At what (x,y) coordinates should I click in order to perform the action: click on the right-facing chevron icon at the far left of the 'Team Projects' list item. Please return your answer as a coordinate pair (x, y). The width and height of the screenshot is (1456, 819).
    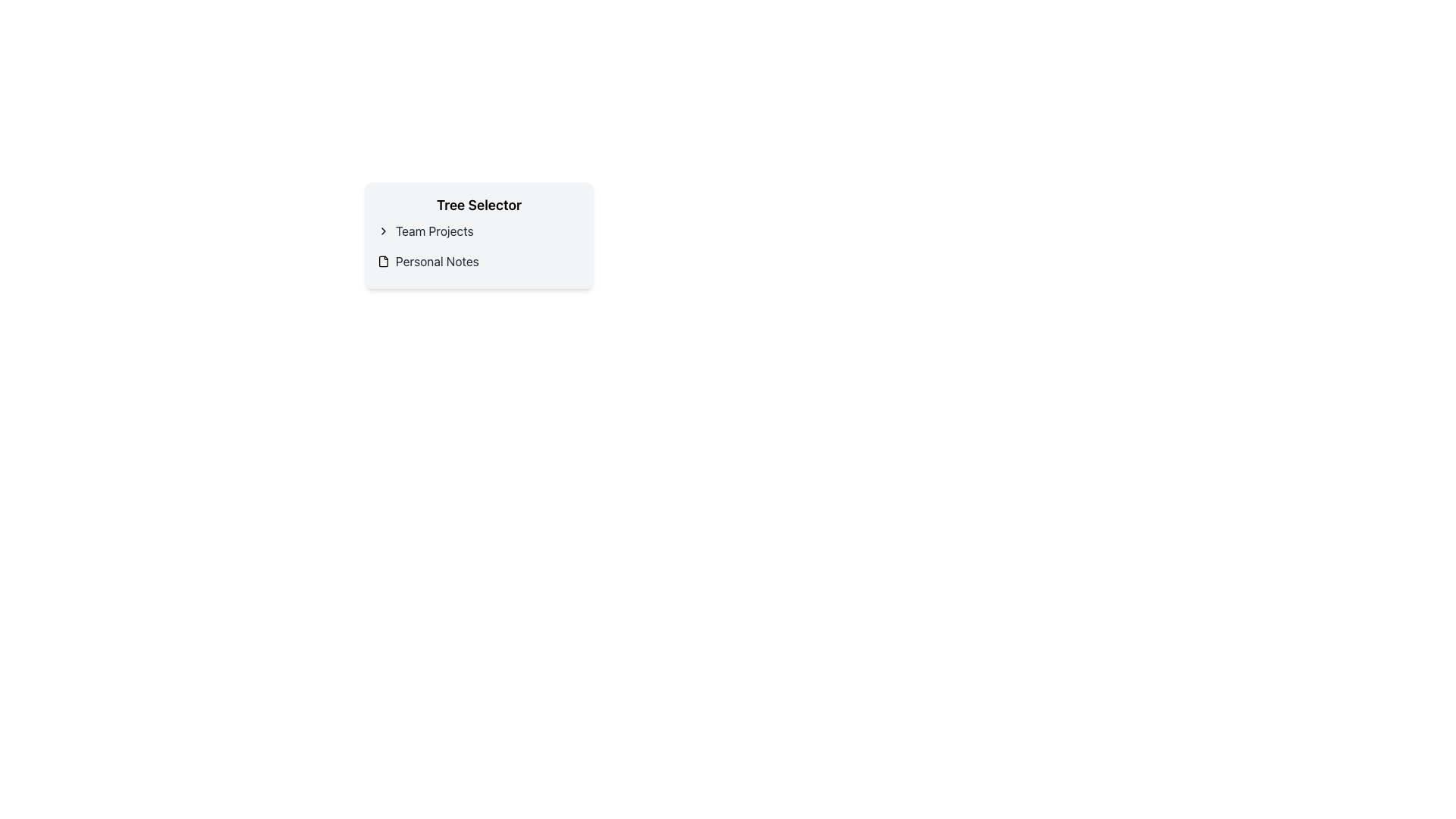
    Looking at the image, I should click on (383, 231).